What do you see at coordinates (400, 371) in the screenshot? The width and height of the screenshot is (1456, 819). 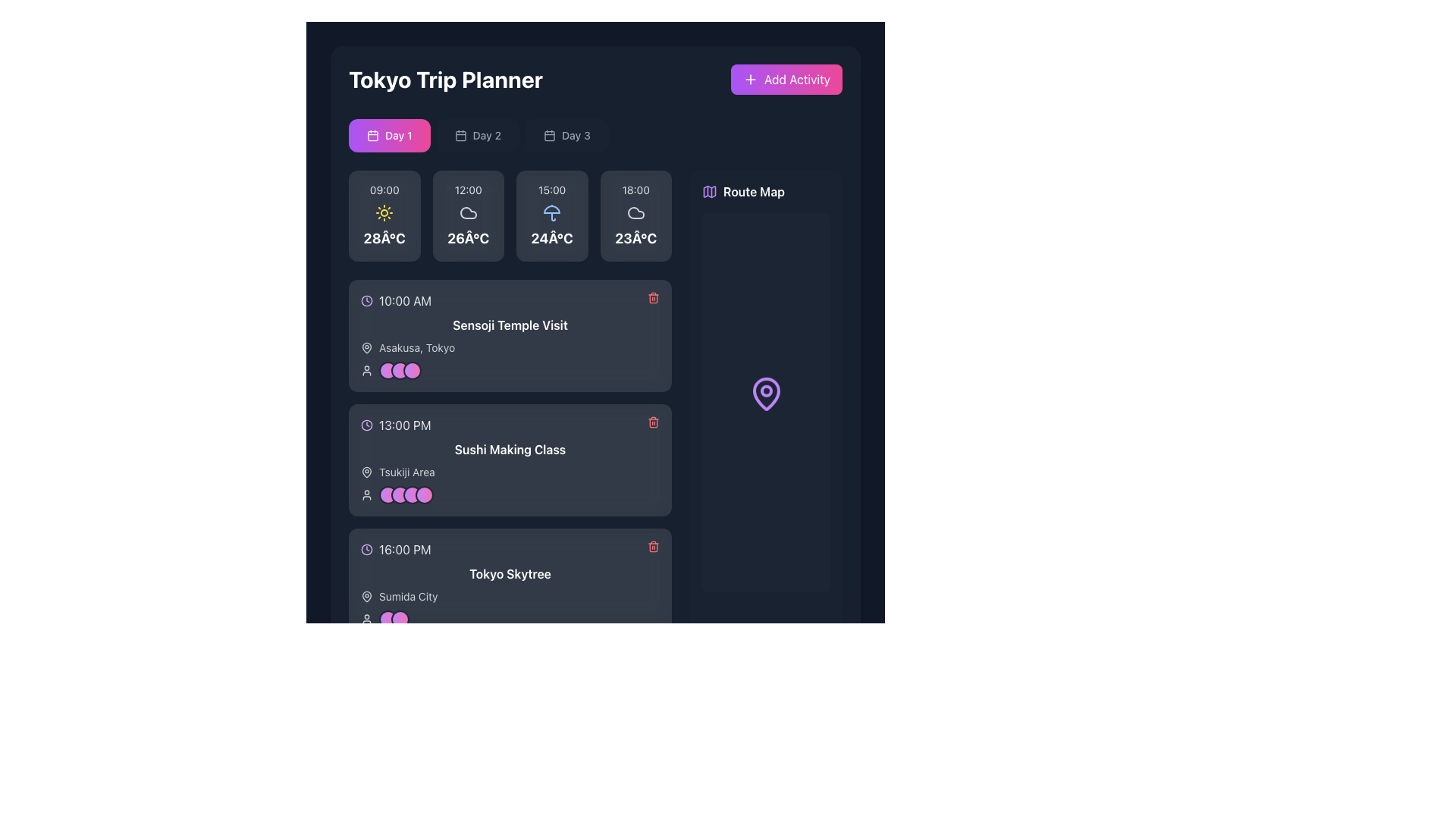 I see `the second circular avatar with a gradient background from purple to pink, located within the activity card titled 'Sensoji Temple Visit' for 10:00 AM` at bounding box center [400, 371].